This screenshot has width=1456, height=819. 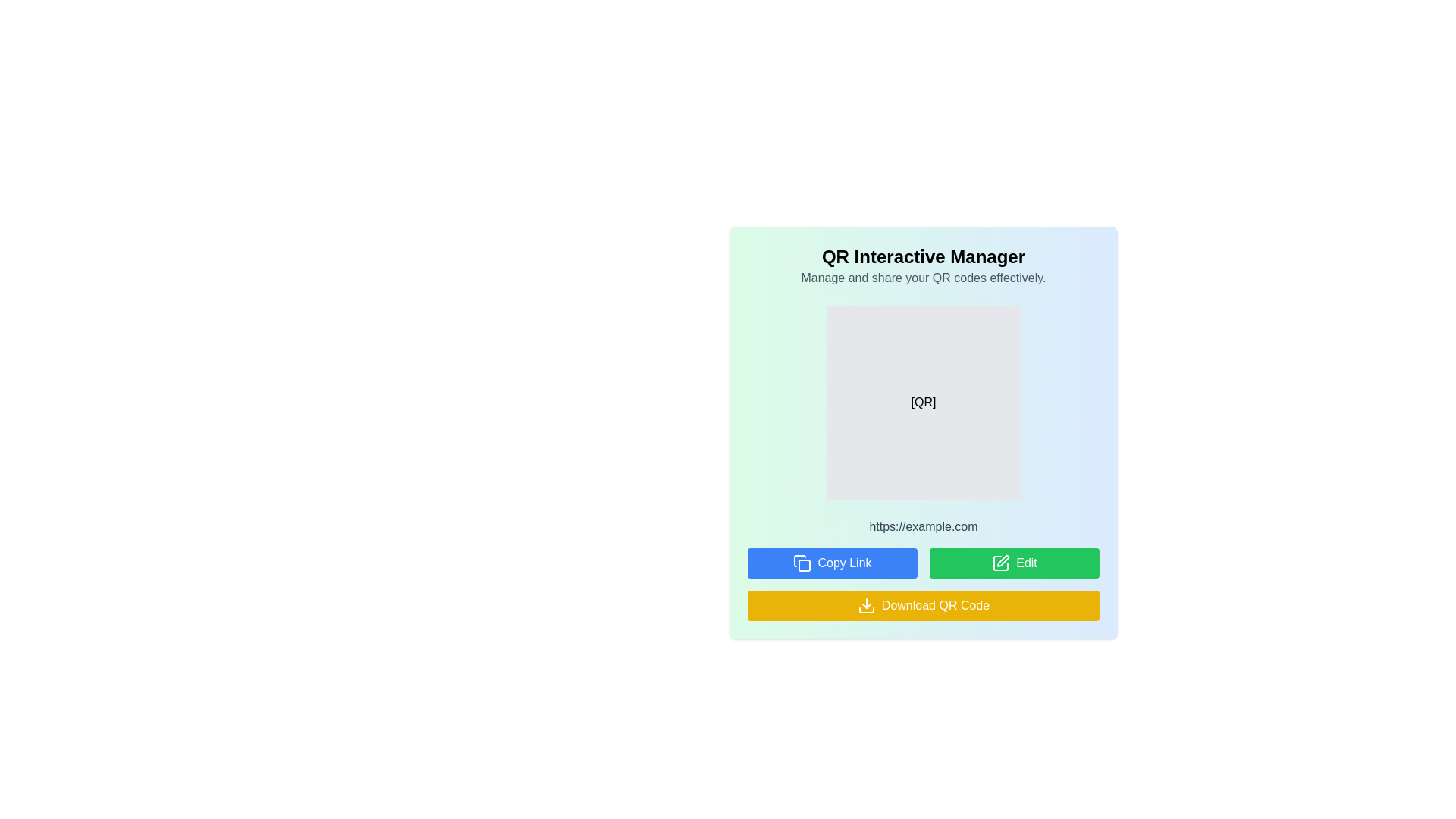 What do you see at coordinates (923, 402) in the screenshot?
I see `the text label that indicates the presence of a QR code, centrally positioned within a large light grey square below the title 'QR Interactive Manager'` at bounding box center [923, 402].